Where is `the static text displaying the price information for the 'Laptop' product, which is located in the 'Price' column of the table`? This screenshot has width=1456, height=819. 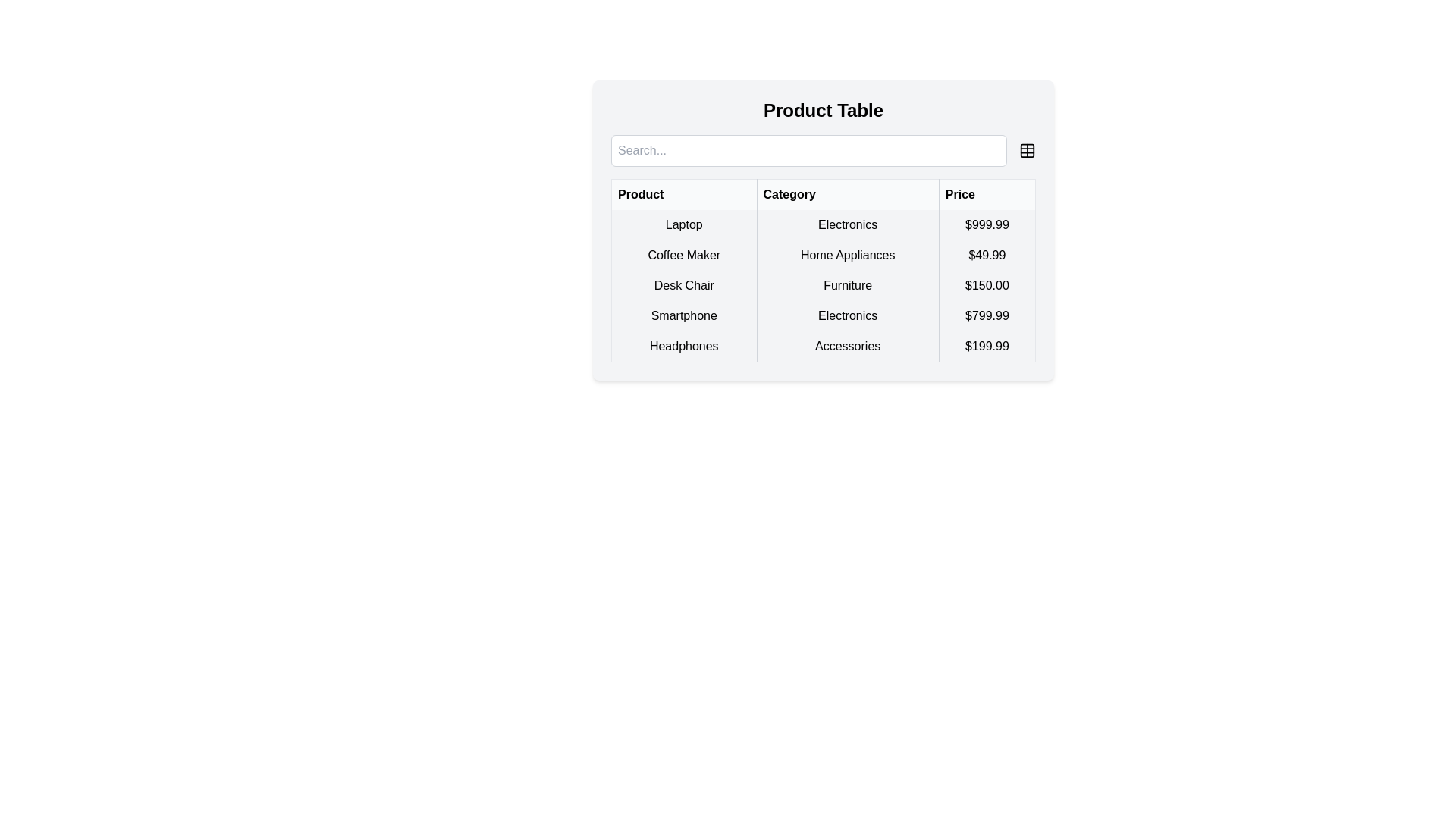
the static text displaying the price information for the 'Laptop' product, which is located in the 'Price' column of the table is located at coordinates (987, 225).